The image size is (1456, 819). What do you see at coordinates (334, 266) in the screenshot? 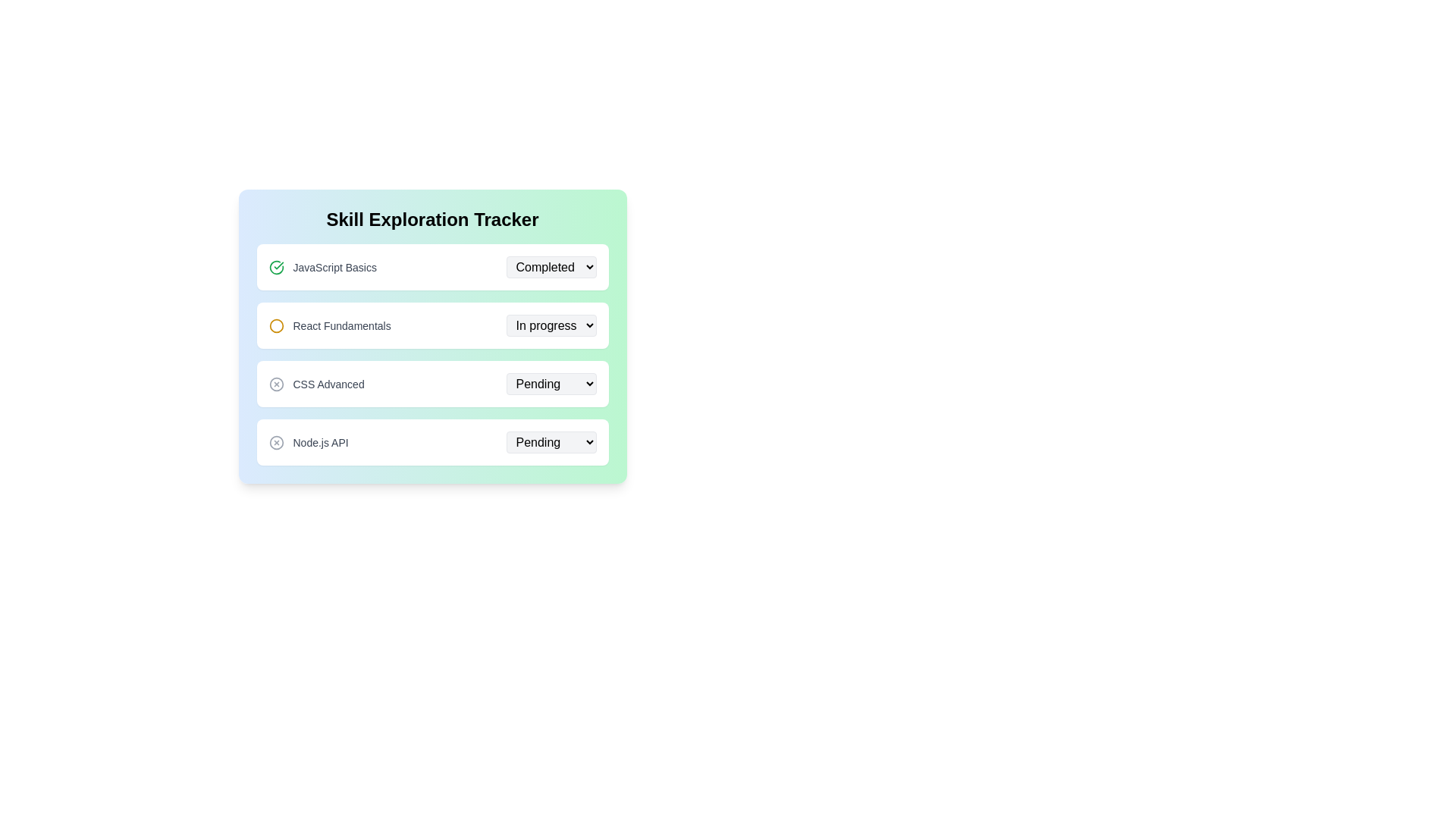
I see `the text label displaying 'JavaScript Basics' in gray color located in the first row of the 'Skill Exploration Tracker' list` at bounding box center [334, 266].